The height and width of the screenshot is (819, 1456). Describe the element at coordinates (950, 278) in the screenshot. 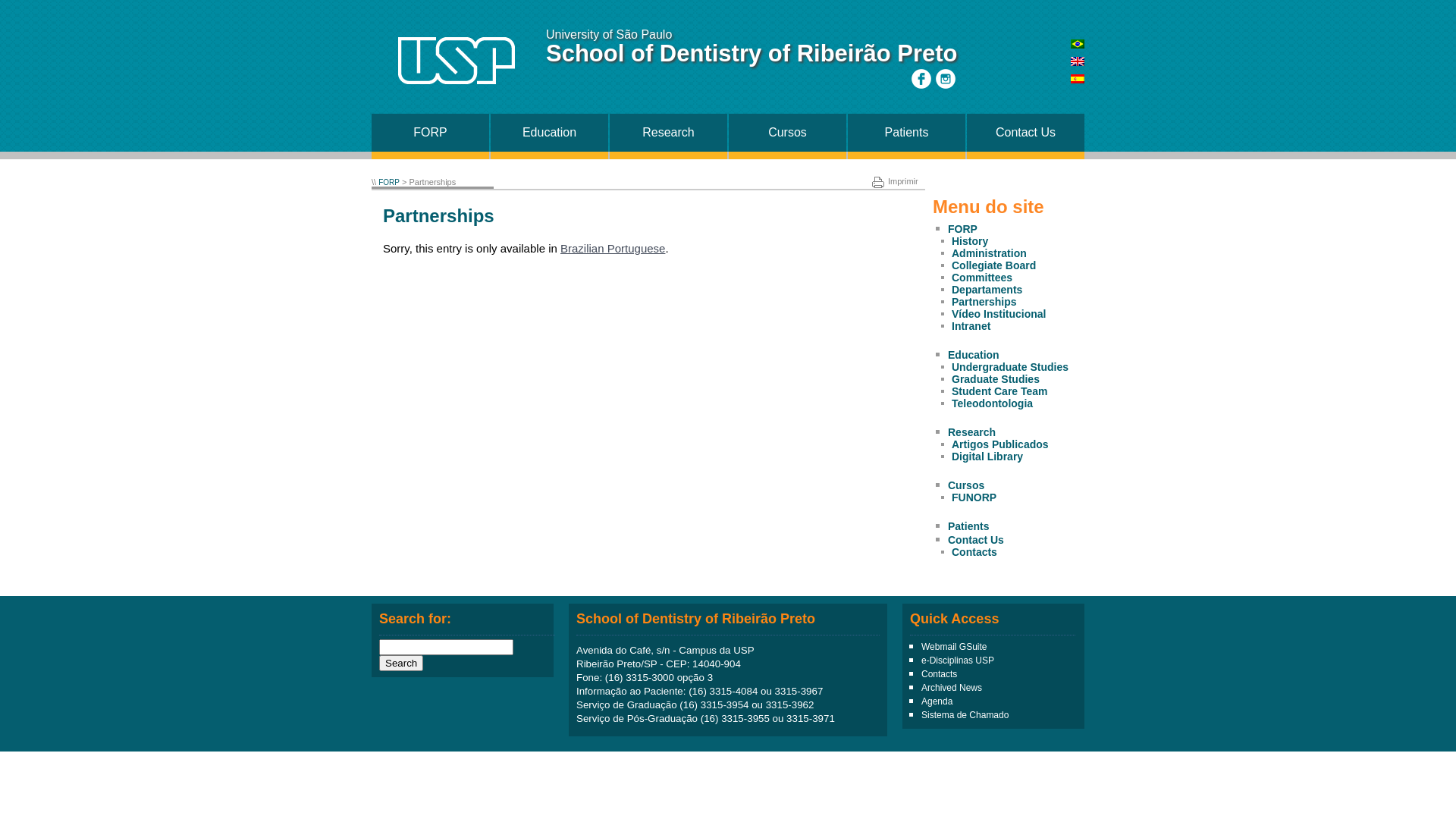

I see `'Committees'` at that location.